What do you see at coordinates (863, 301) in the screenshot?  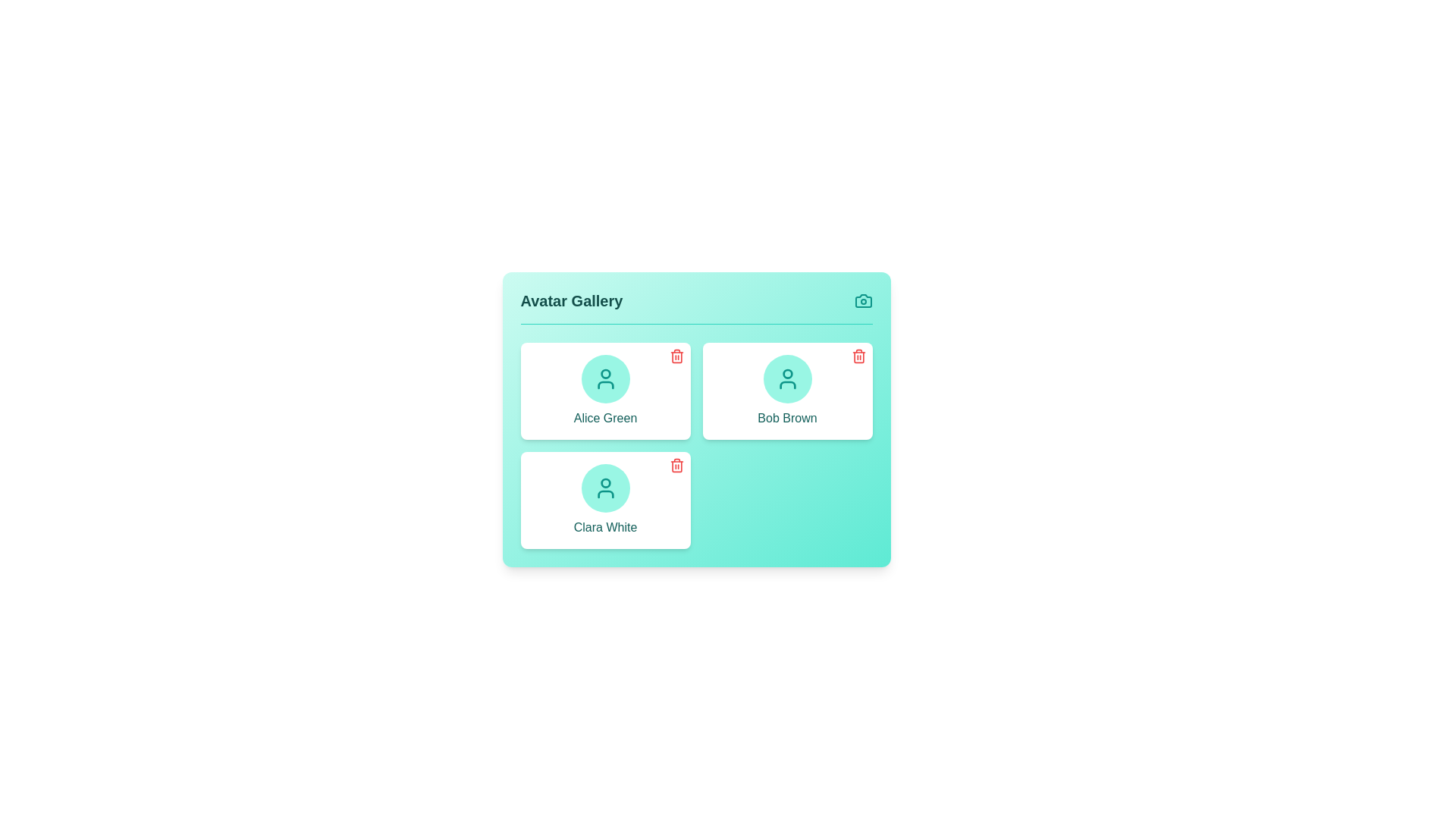 I see `the camera icon located at the top-right corner of the teal card titled 'Avatar Gallery'` at bounding box center [863, 301].